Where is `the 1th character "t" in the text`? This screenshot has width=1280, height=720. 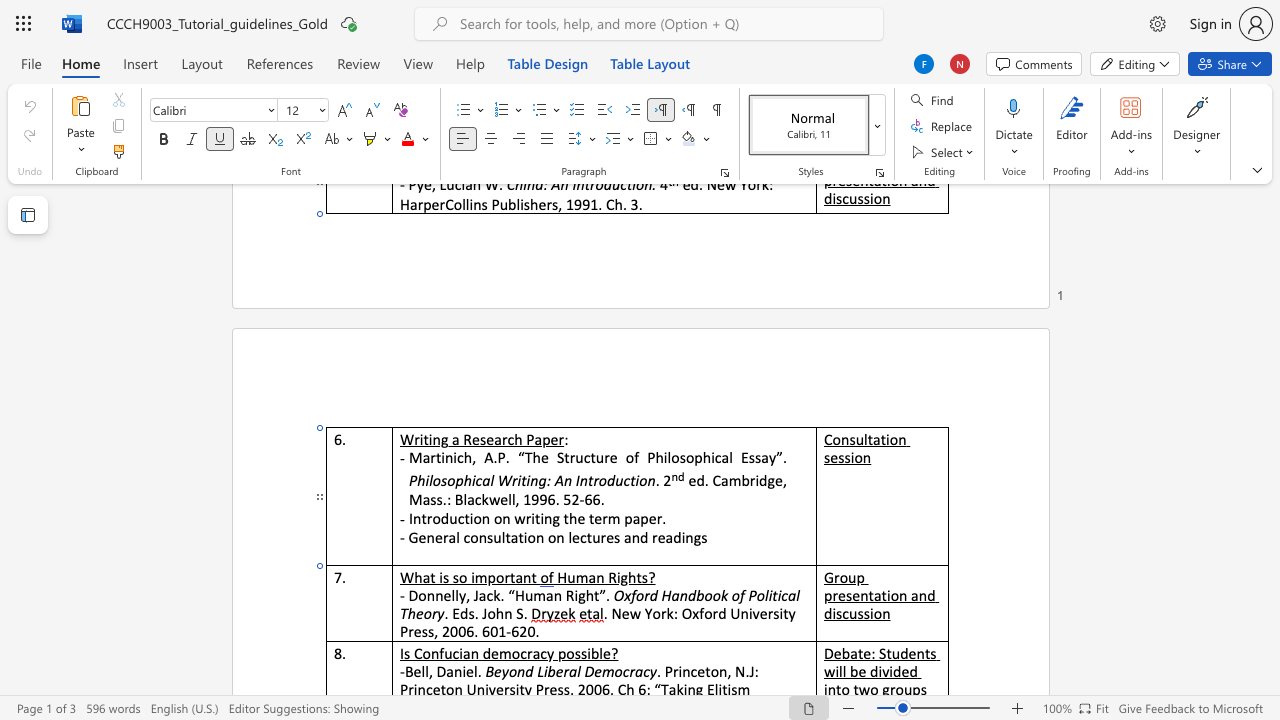 the 1th character "t" in the text is located at coordinates (595, 594).